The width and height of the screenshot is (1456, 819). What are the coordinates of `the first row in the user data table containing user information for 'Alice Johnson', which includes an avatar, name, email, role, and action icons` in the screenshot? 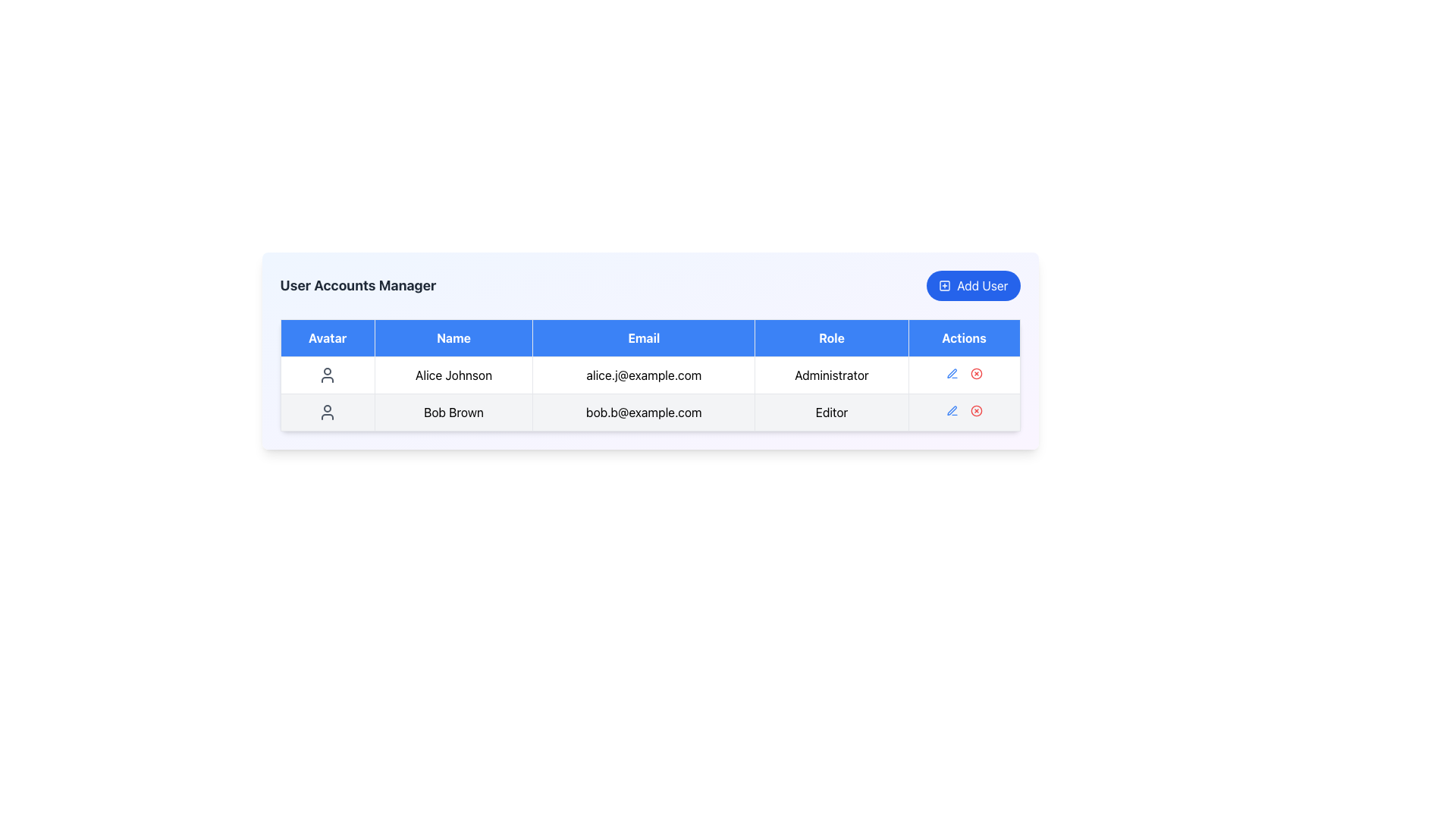 It's located at (650, 375).